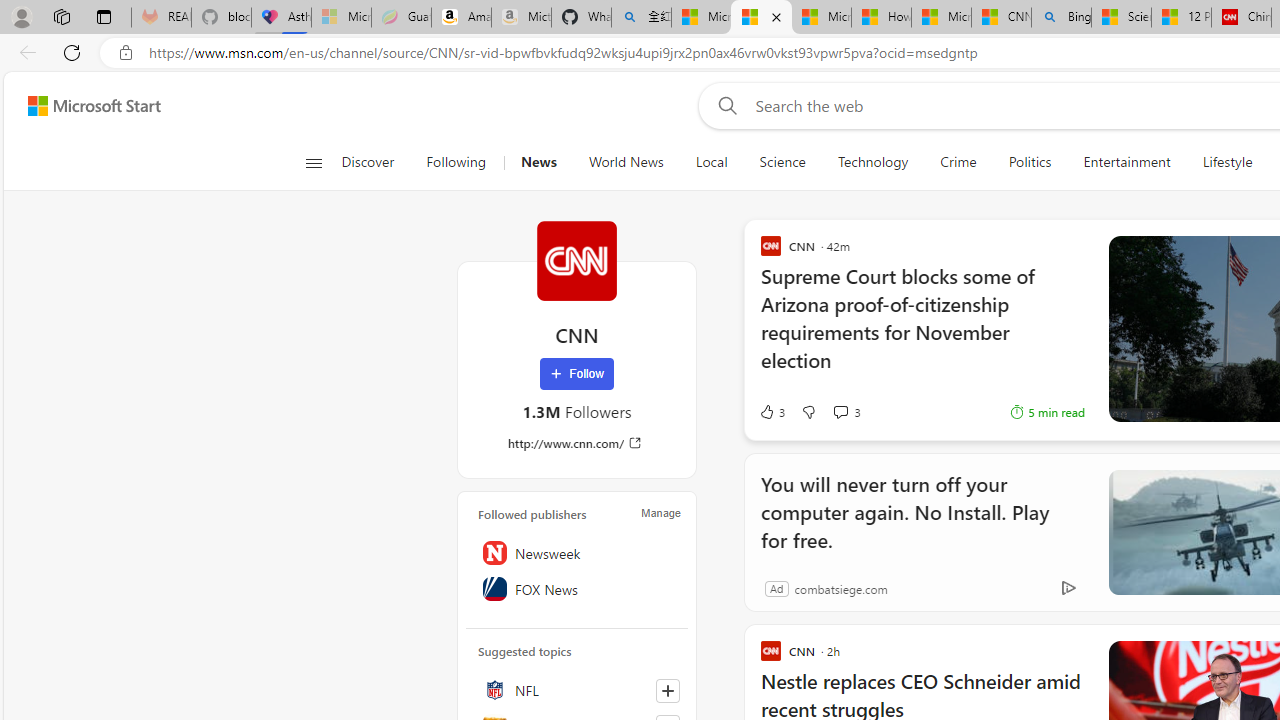 Image resolution: width=1280 pixels, height=720 pixels. I want to click on 'Class: button-glyph', so click(312, 162).